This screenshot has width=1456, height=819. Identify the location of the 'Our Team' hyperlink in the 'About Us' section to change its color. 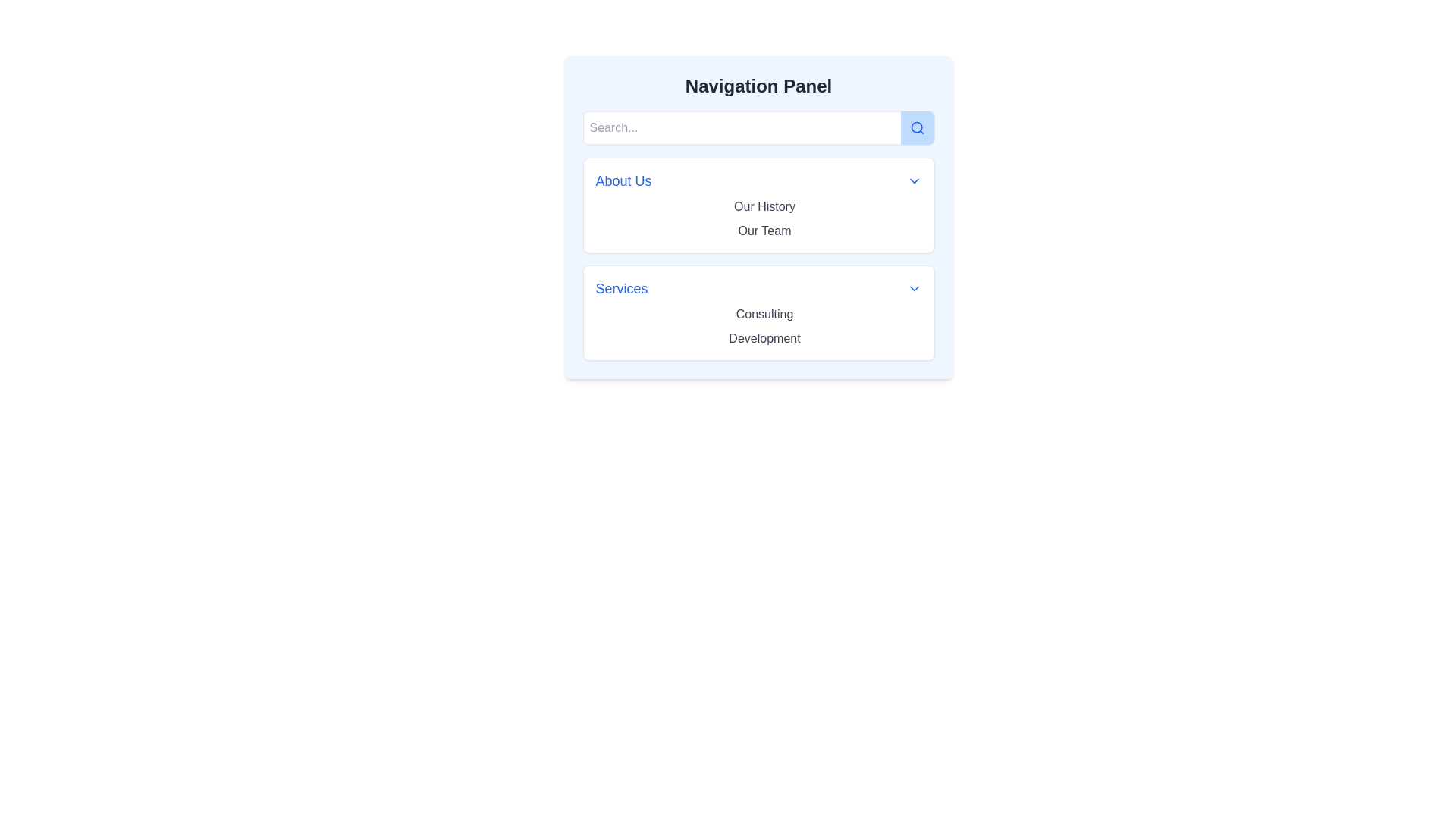
(764, 231).